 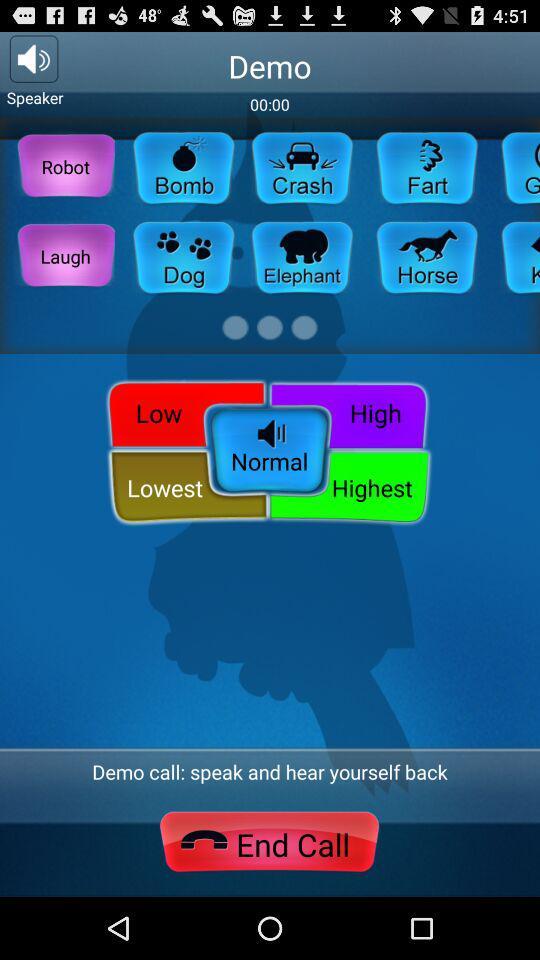 What do you see at coordinates (65, 165) in the screenshot?
I see `robot button` at bounding box center [65, 165].